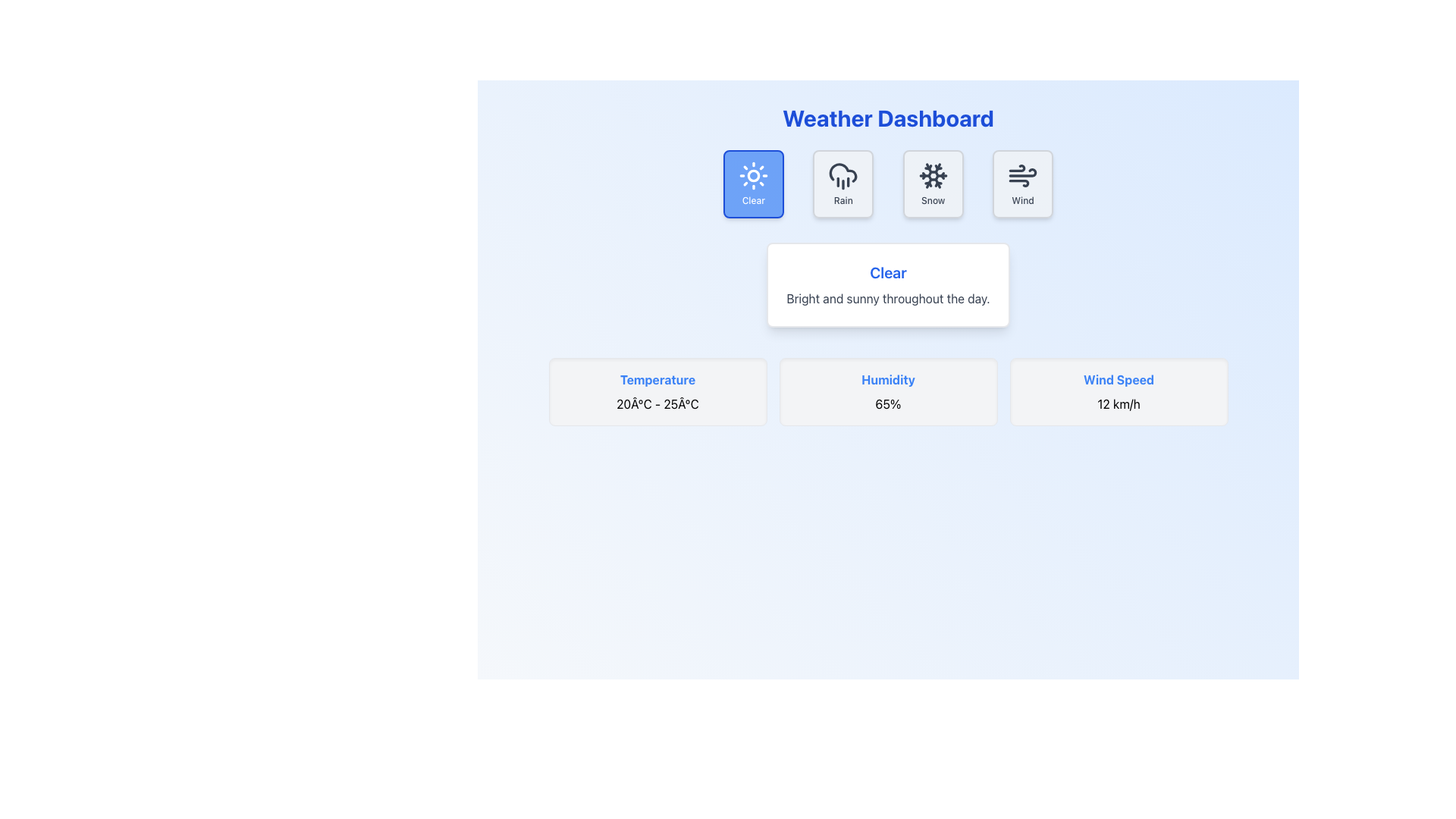 The image size is (1456, 819). I want to click on text label displaying 'Snow', located in the third column of the weather condition selector, below a snowflake icon, so click(932, 200).